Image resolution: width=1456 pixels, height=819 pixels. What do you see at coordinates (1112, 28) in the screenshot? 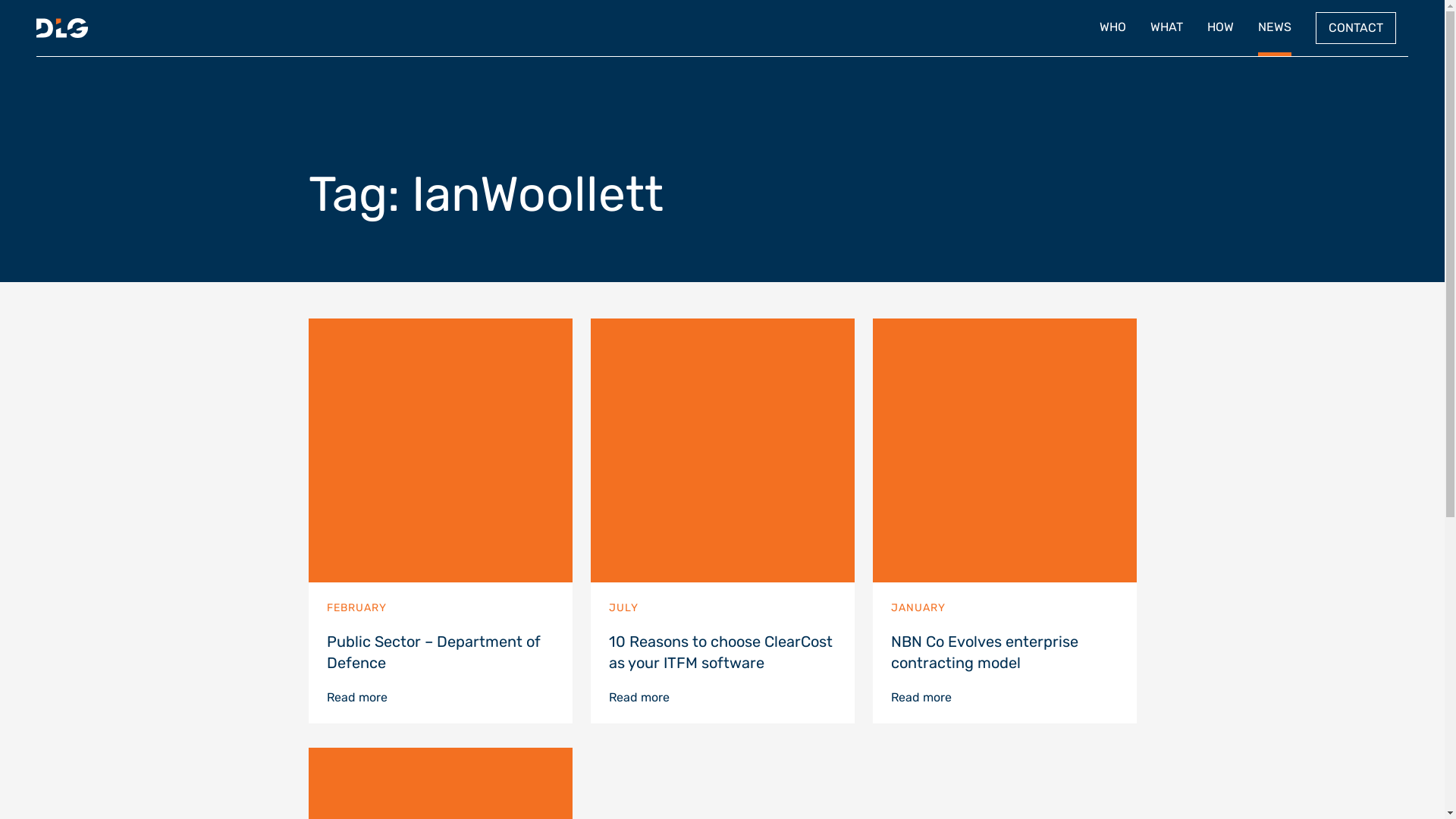
I see `'WHO'` at bounding box center [1112, 28].